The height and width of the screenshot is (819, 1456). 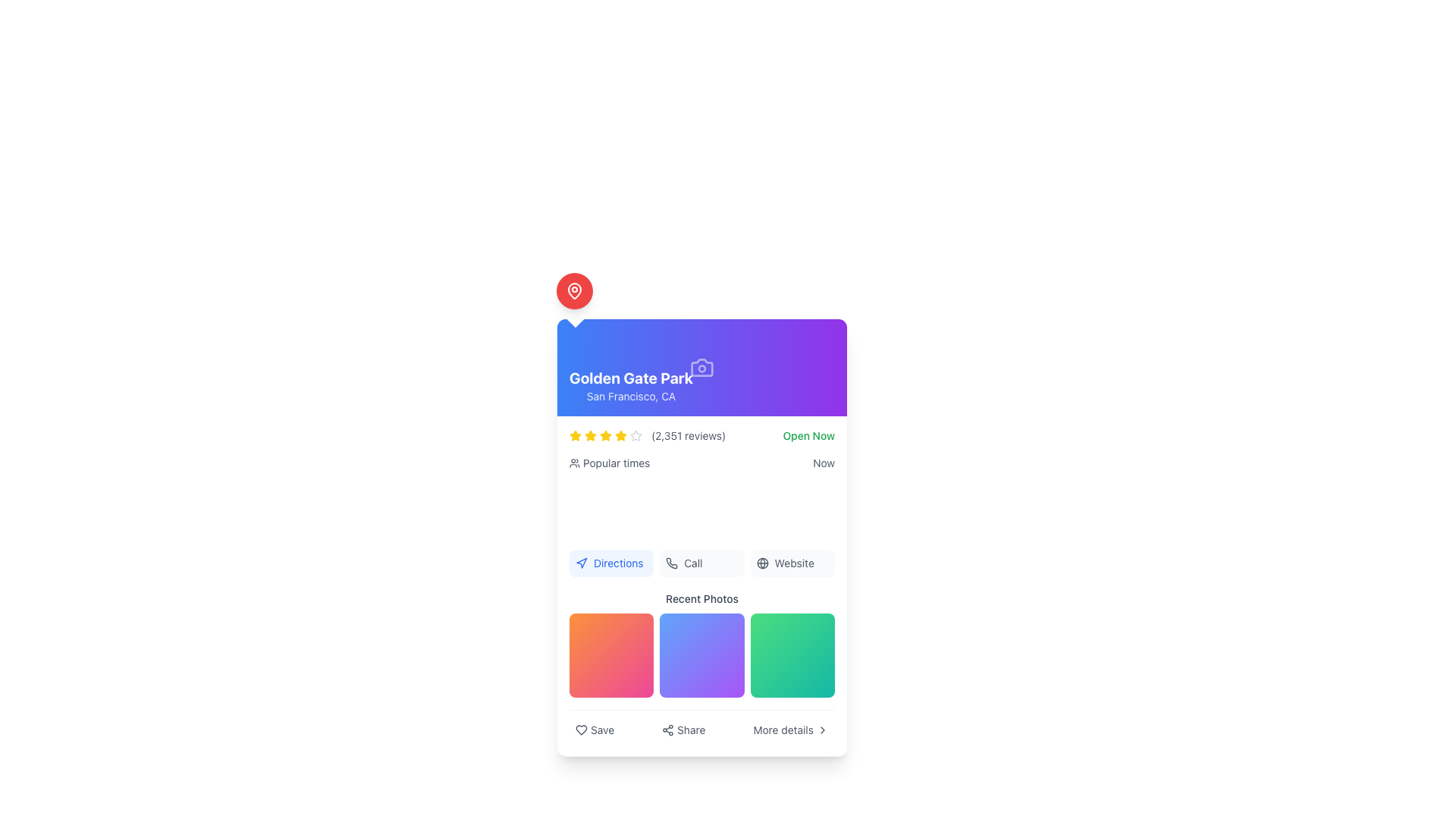 I want to click on the Text Label that serves as a clickable component for sharing content, positioned beneath the 'Recent Photos' icons, and between the 'Save' and 'More details' buttons, so click(x=690, y=730).